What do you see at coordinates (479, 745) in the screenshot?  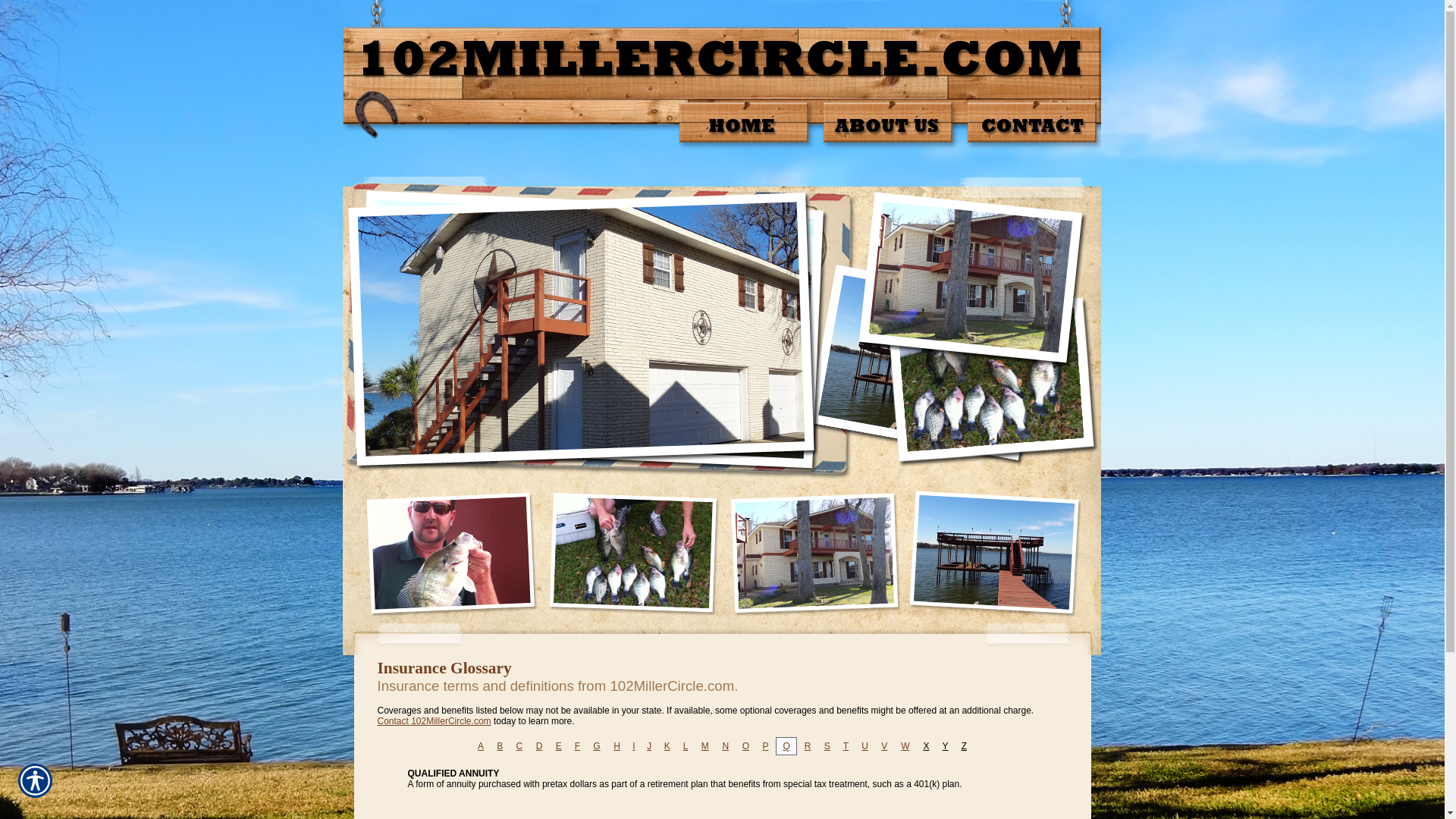 I see `'A'` at bounding box center [479, 745].